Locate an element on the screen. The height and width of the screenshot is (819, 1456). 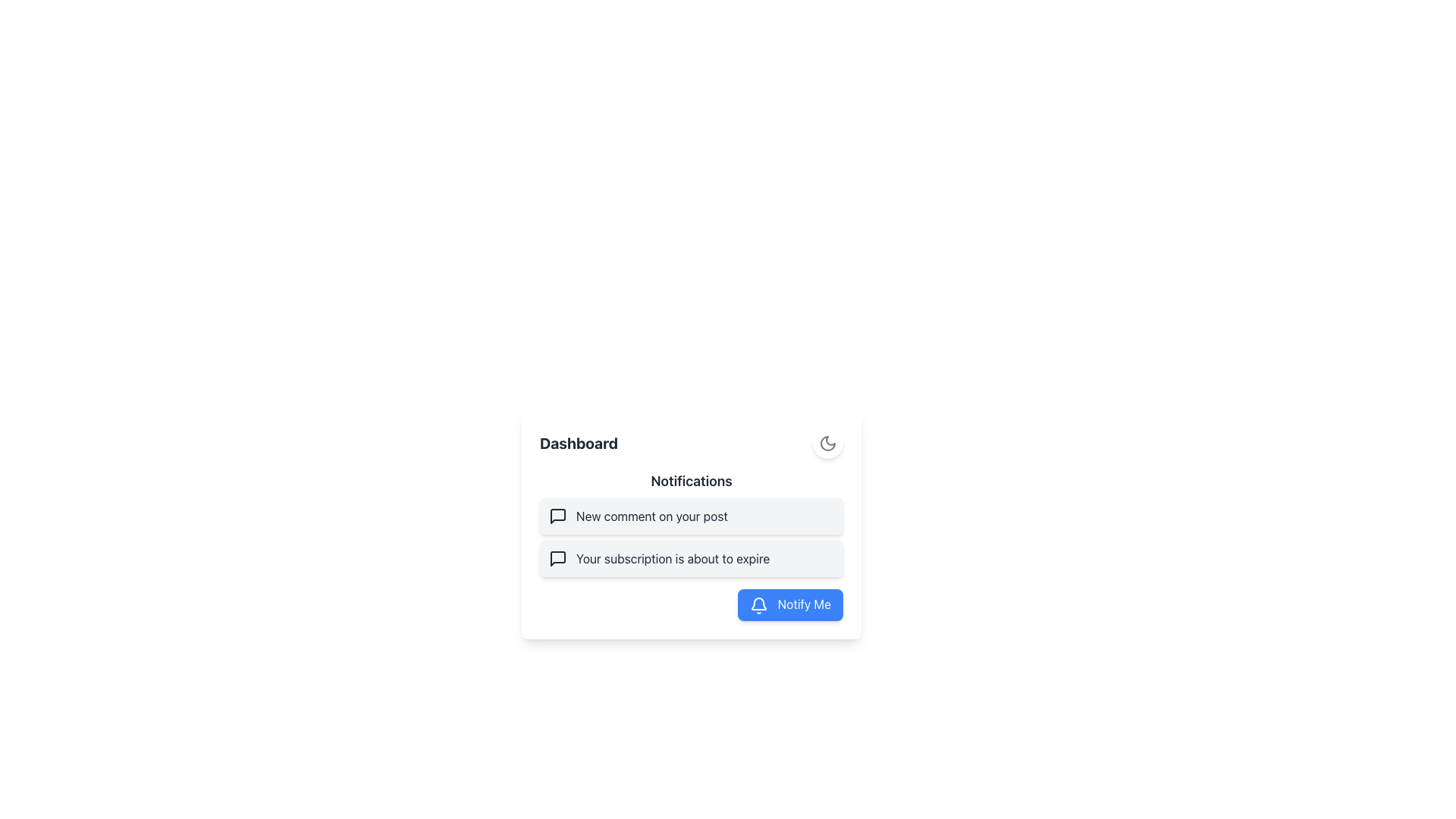
the second notification in the stacked list, which informs the user about their subscription status, located under the 'Notifications' heading is located at coordinates (691, 558).